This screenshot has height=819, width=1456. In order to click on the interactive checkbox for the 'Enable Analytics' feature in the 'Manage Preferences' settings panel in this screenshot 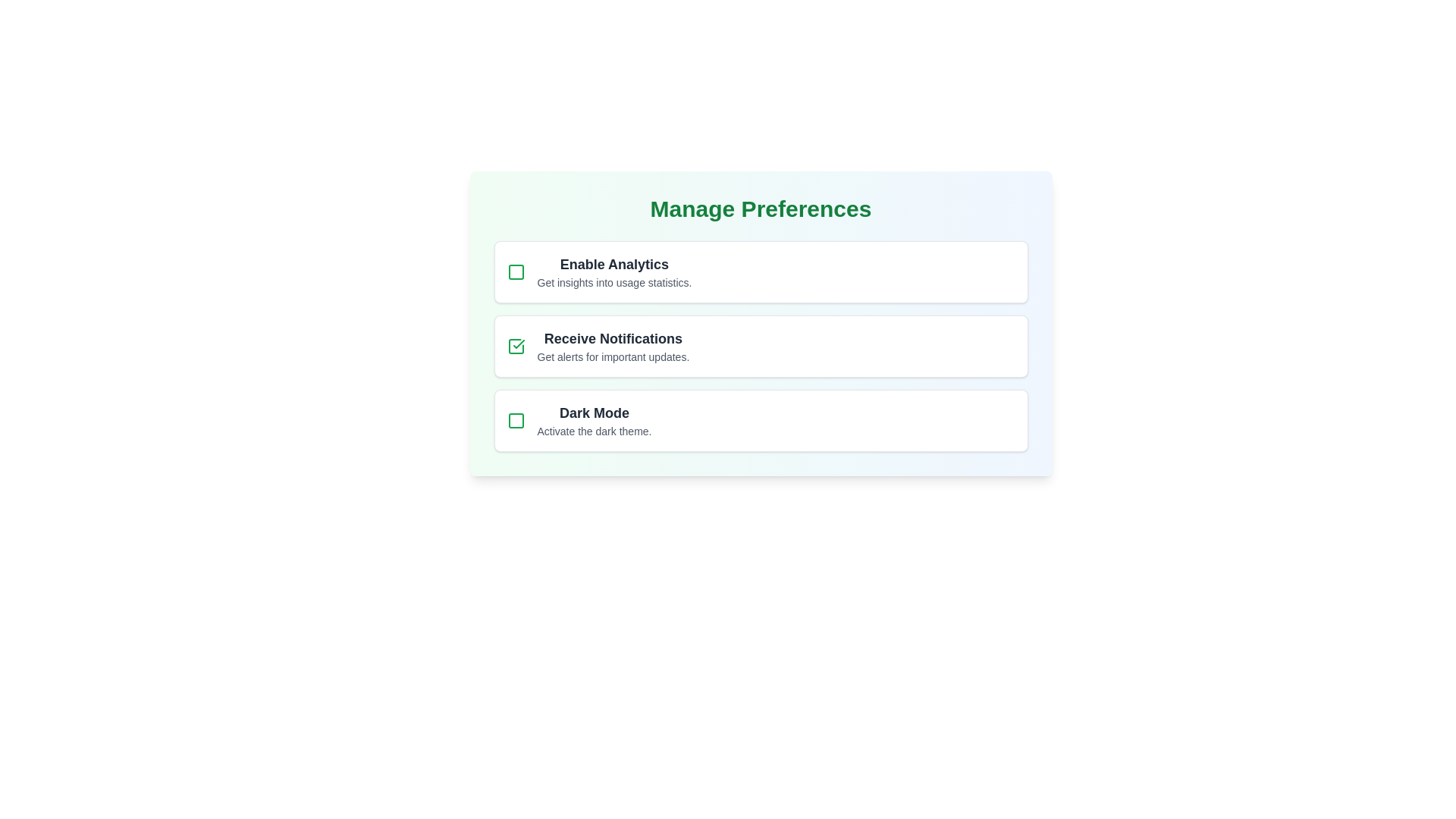, I will do `click(516, 271)`.